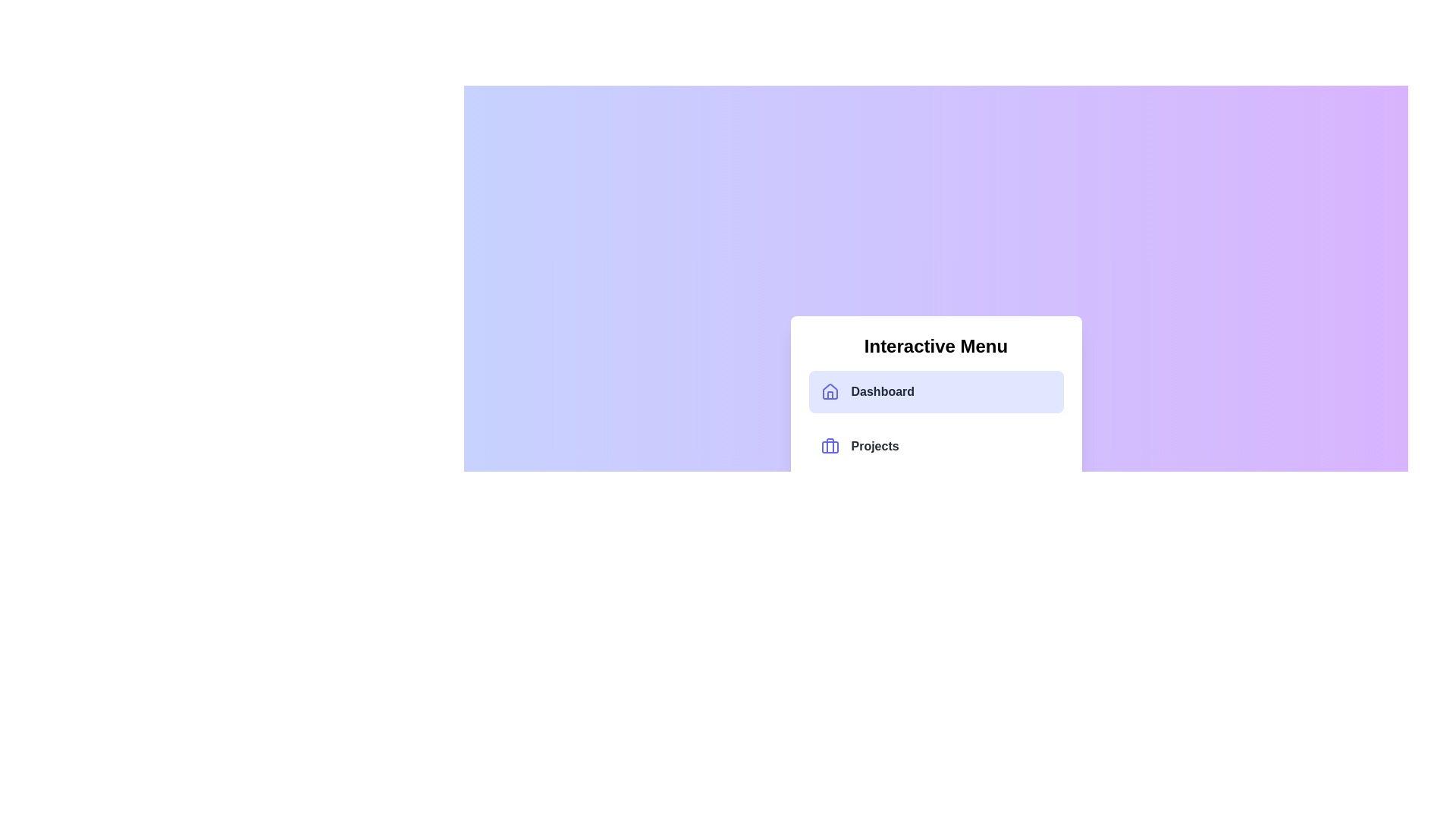  What do you see at coordinates (935, 445) in the screenshot?
I see `the menu item labeled Projects` at bounding box center [935, 445].